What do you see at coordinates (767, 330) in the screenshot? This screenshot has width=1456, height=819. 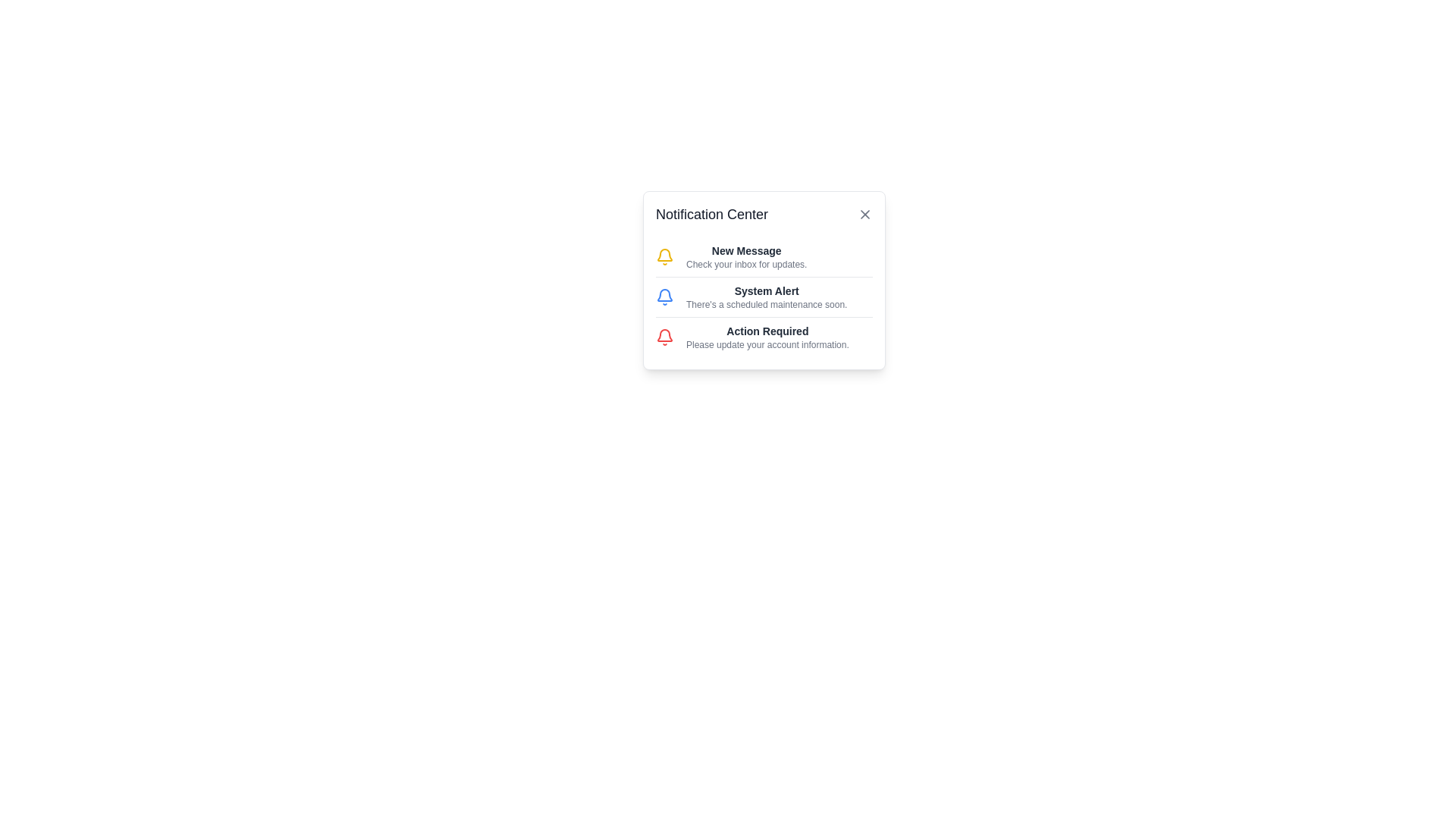 I see `the important notification text label located in the notification card under the 'Notification Center' header, which is the third notification in the list` at bounding box center [767, 330].